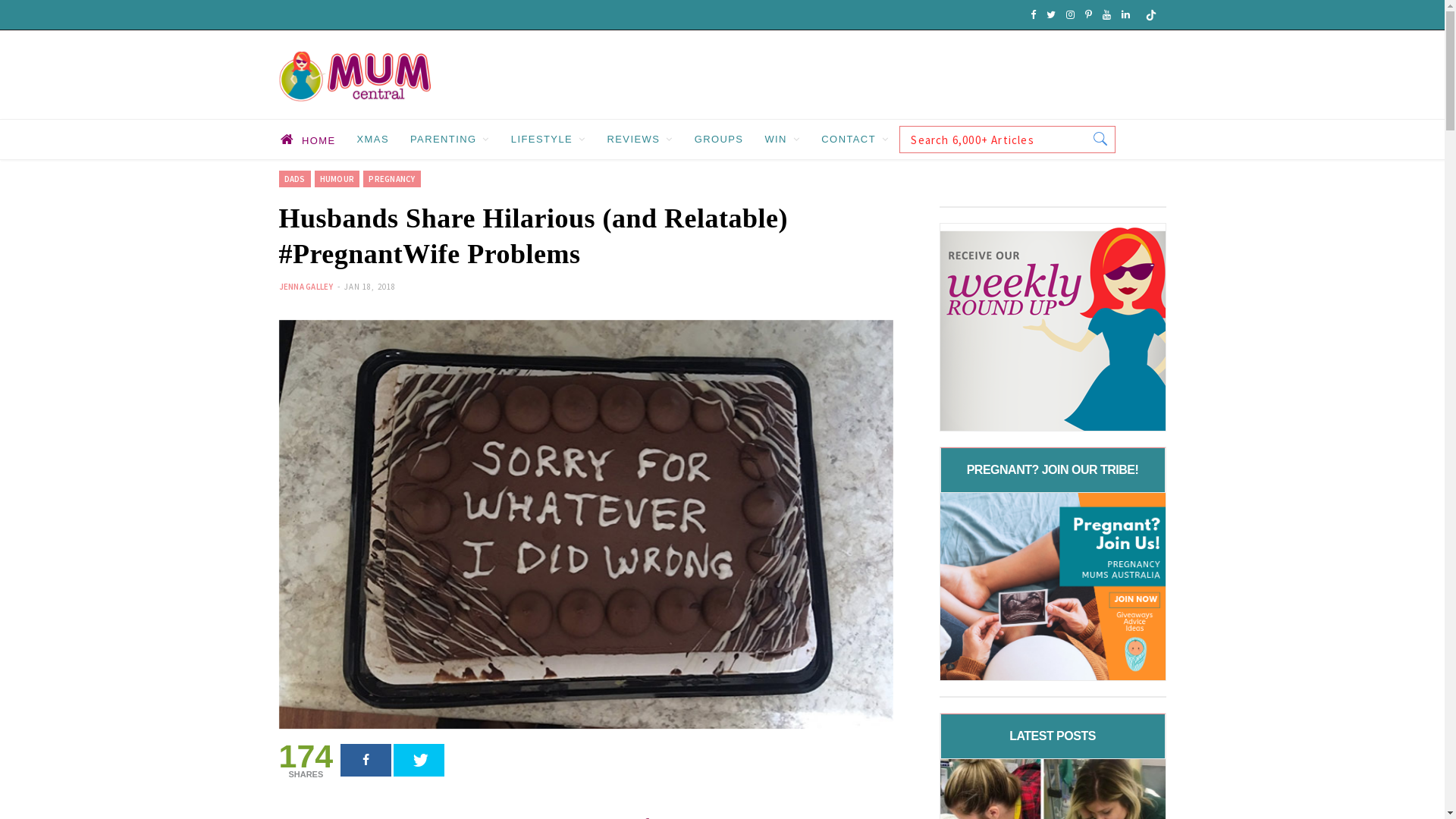 The height and width of the screenshot is (819, 1456). What do you see at coordinates (1106, 14) in the screenshot?
I see `'YouTube'` at bounding box center [1106, 14].